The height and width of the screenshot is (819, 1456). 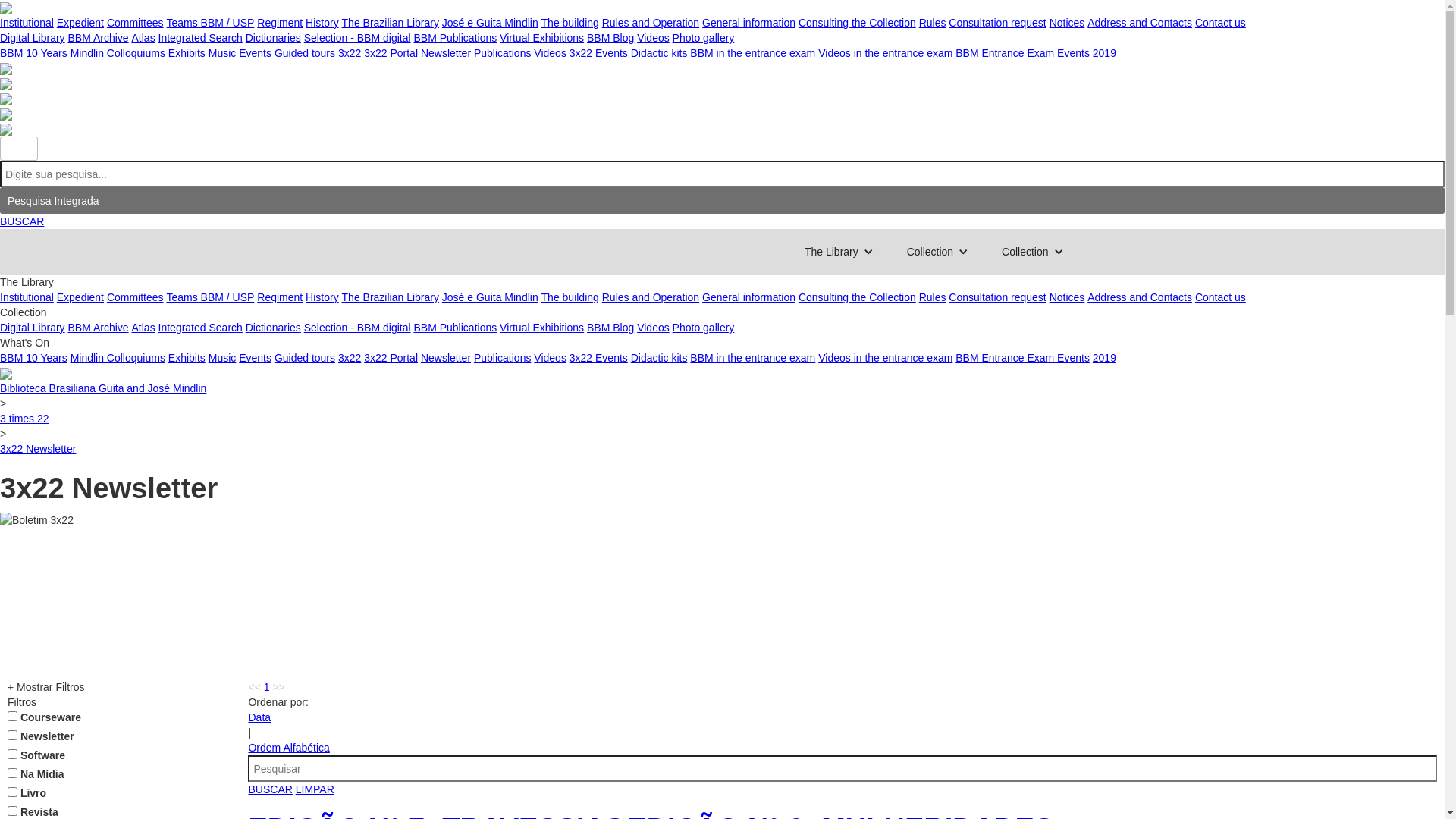 What do you see at coordinates (651, 23) in the screenshot?
I see `'Rules and Operation'` at bounding box center [651, 23].